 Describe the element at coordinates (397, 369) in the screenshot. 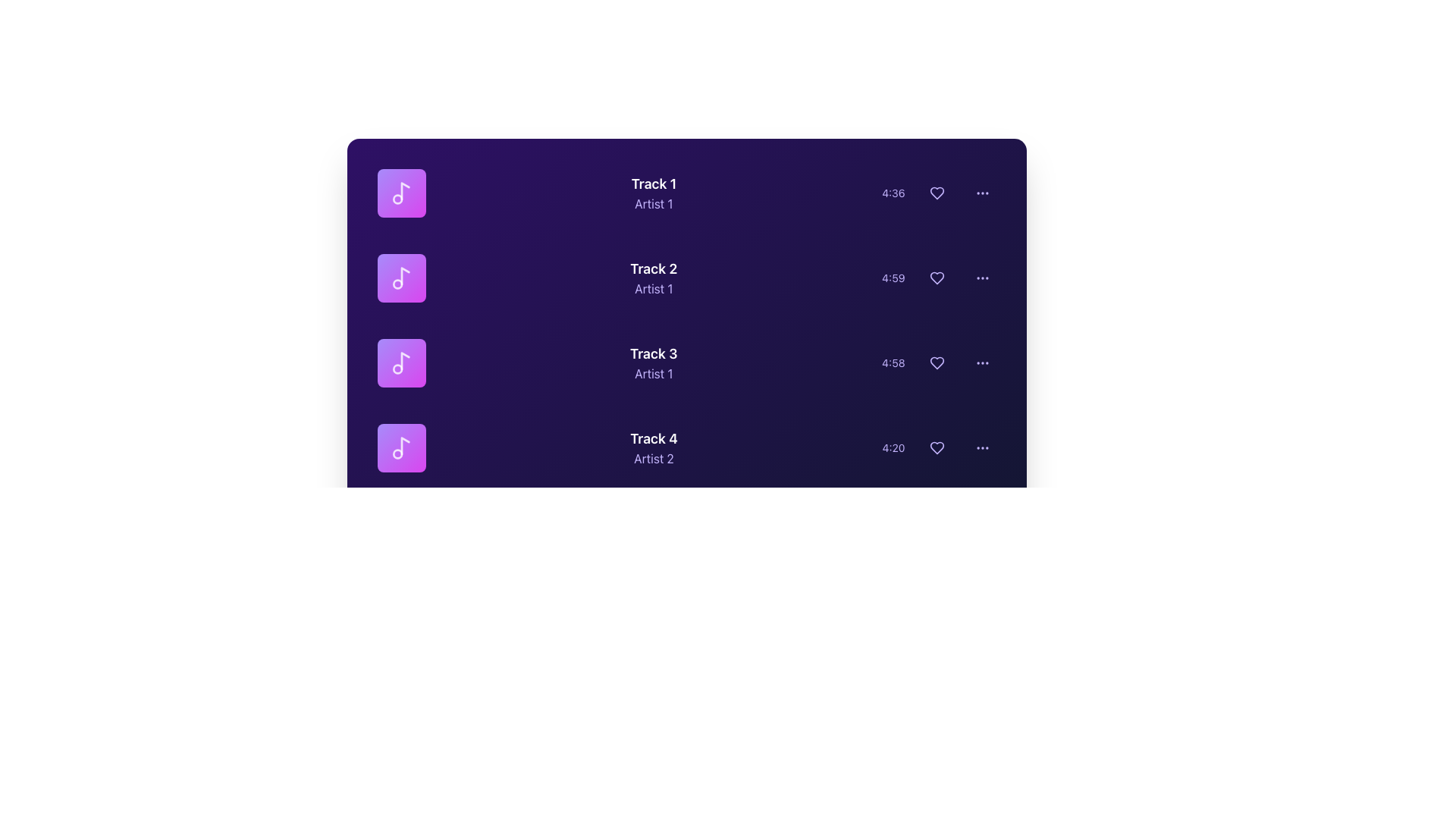

I see `the graphic circle element located at the bottom center of the interface, within the third row of music icons` at that location.